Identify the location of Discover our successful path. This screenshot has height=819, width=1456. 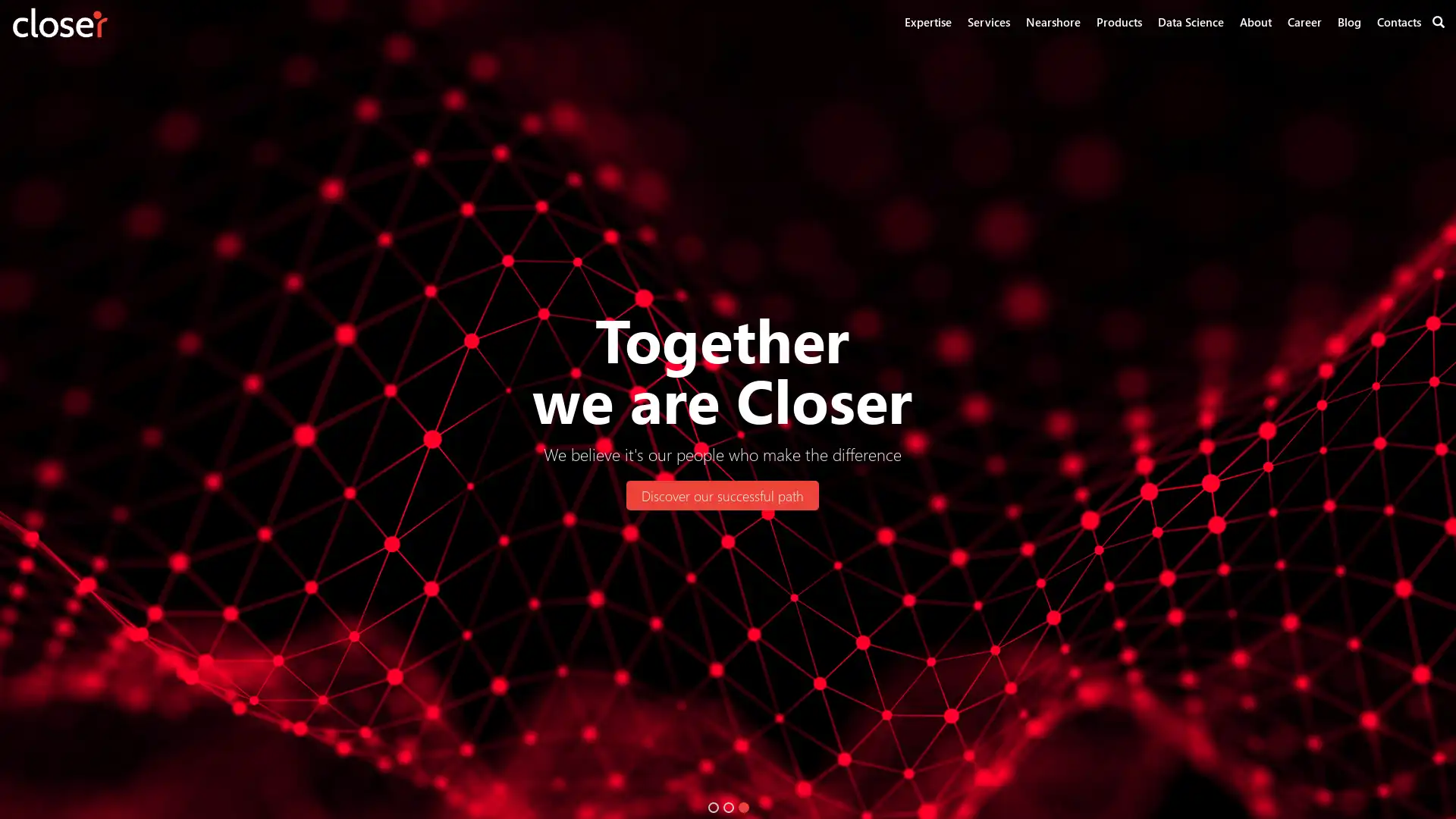
(720, 495).